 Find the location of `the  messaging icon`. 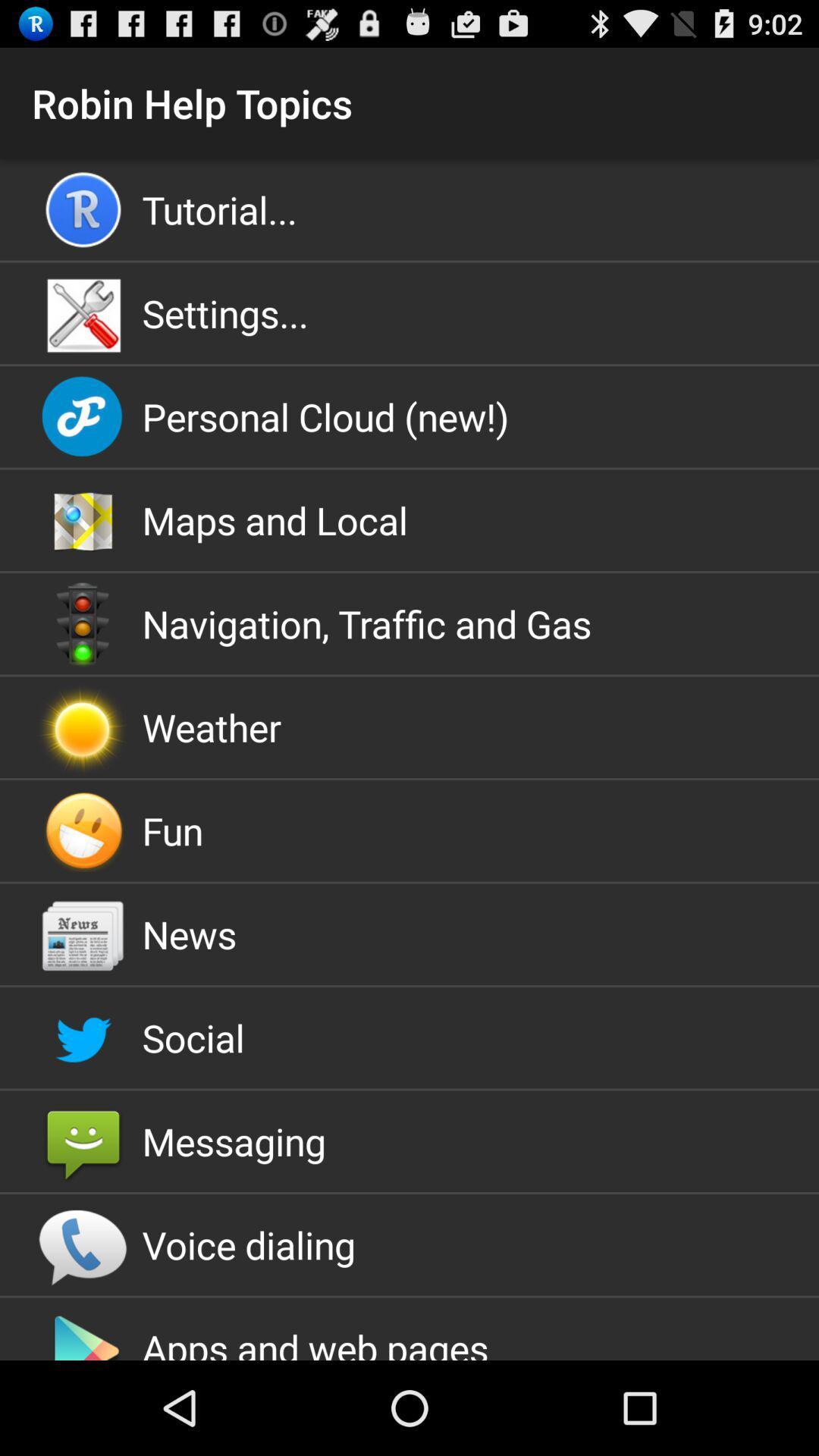

the  messaging icon is located at coordinates (409, 1141).